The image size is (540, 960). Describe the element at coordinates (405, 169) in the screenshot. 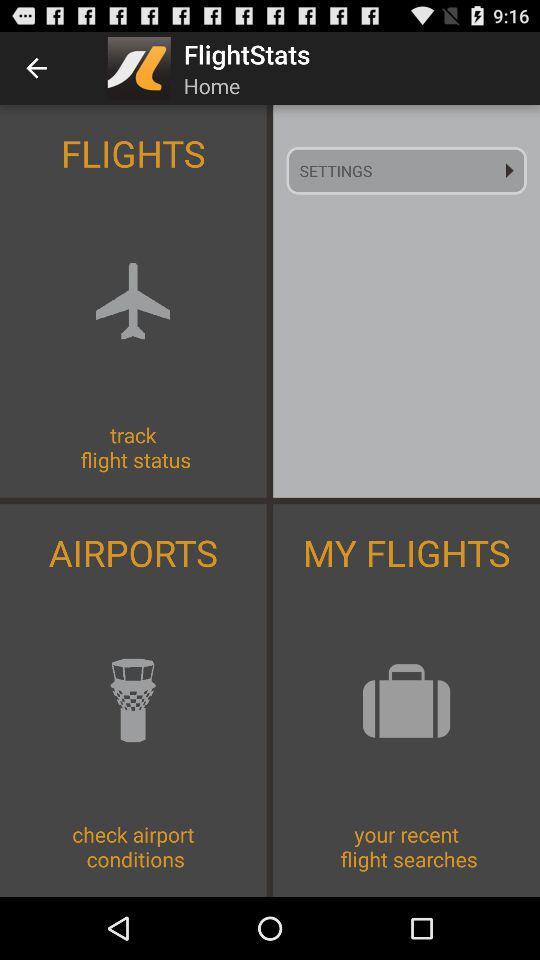

I see `settings` at that location.